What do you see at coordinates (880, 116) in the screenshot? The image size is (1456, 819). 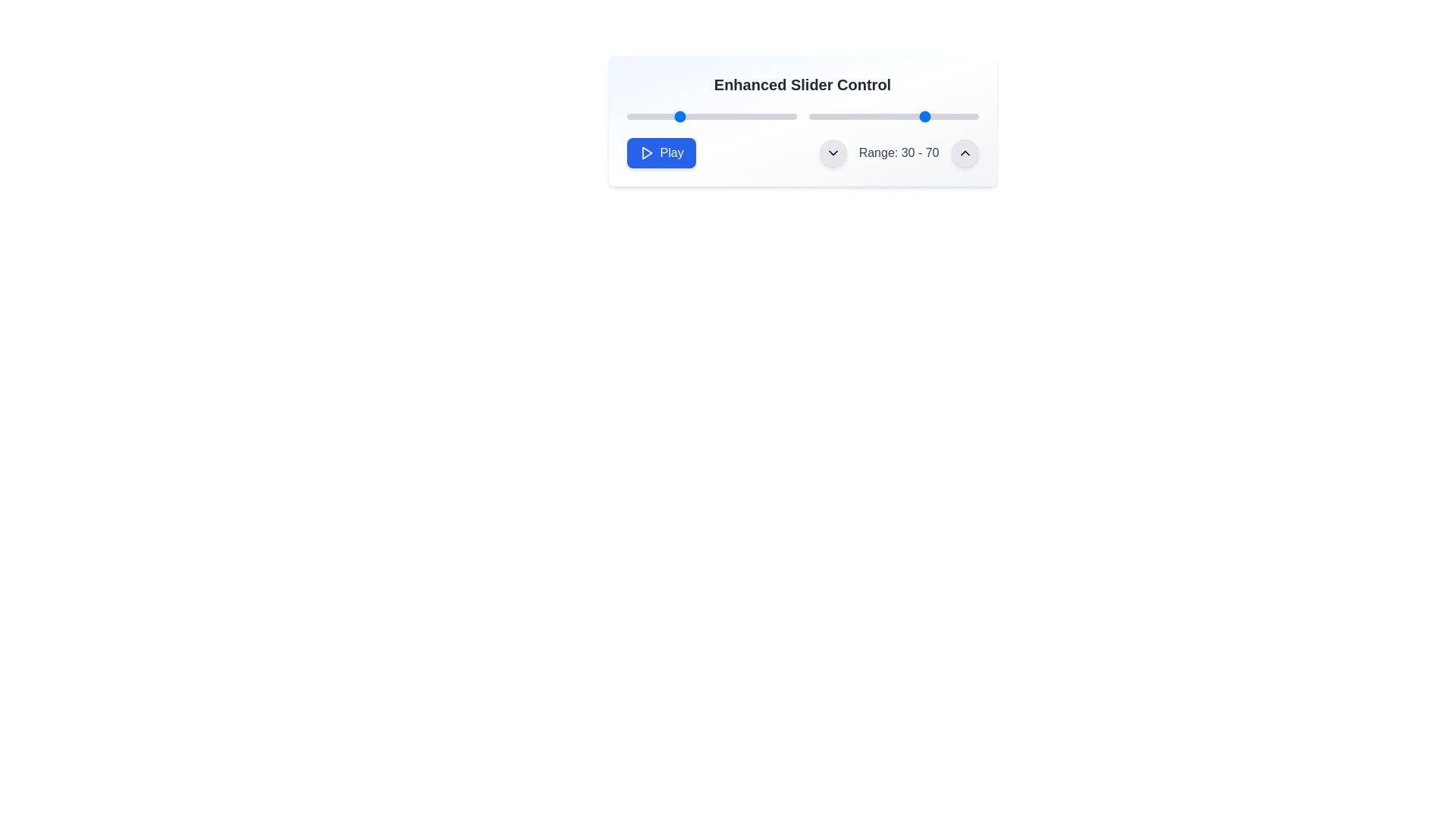 I see `the slider value` at bounding box center [880, 116].